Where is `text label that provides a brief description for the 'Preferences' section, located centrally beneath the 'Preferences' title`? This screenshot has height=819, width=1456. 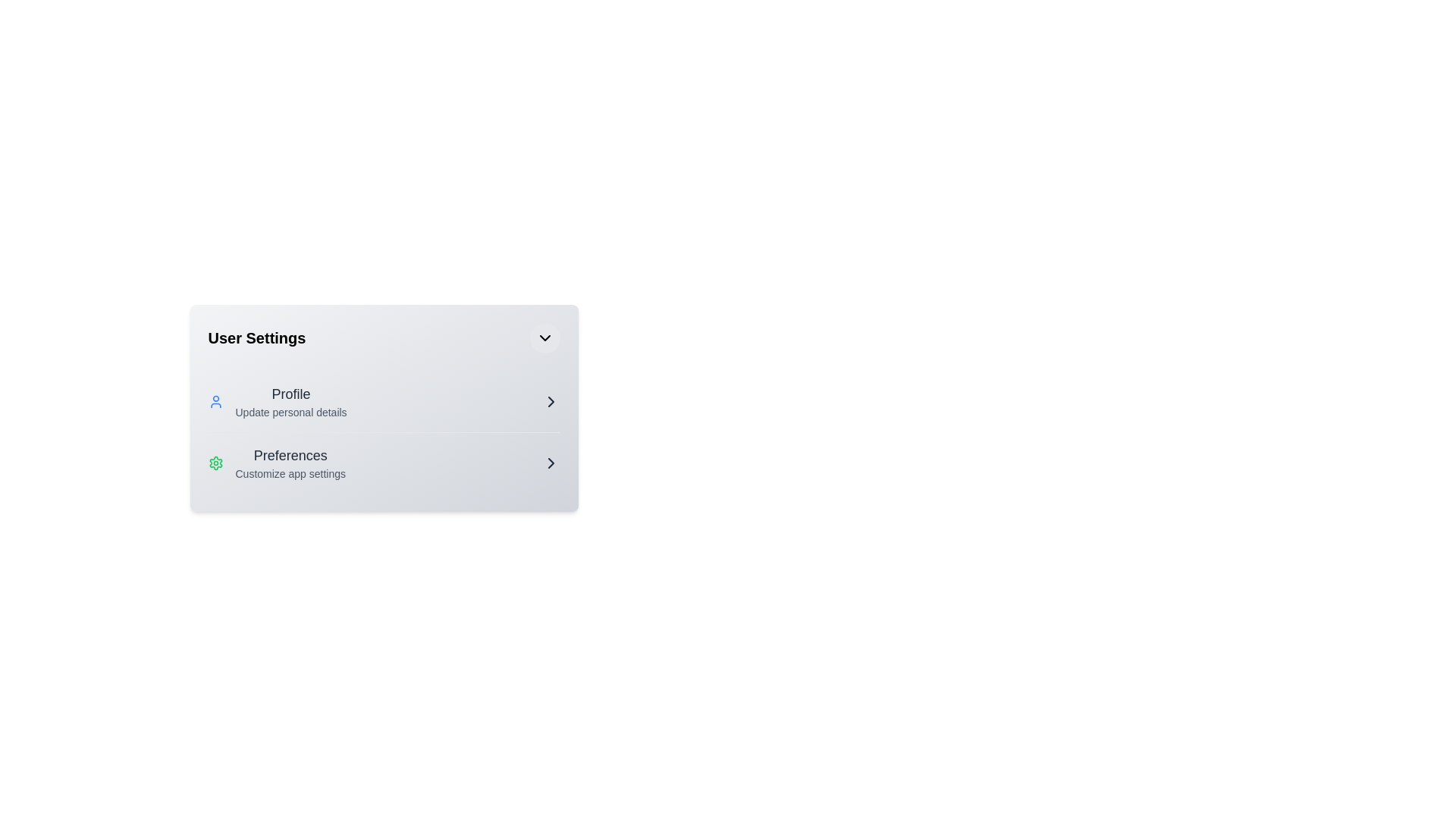
text label that provides a brief description for the 'Preferences' section, located centrally beneath the 'Preferences' title is located at coordinates (290, 472).